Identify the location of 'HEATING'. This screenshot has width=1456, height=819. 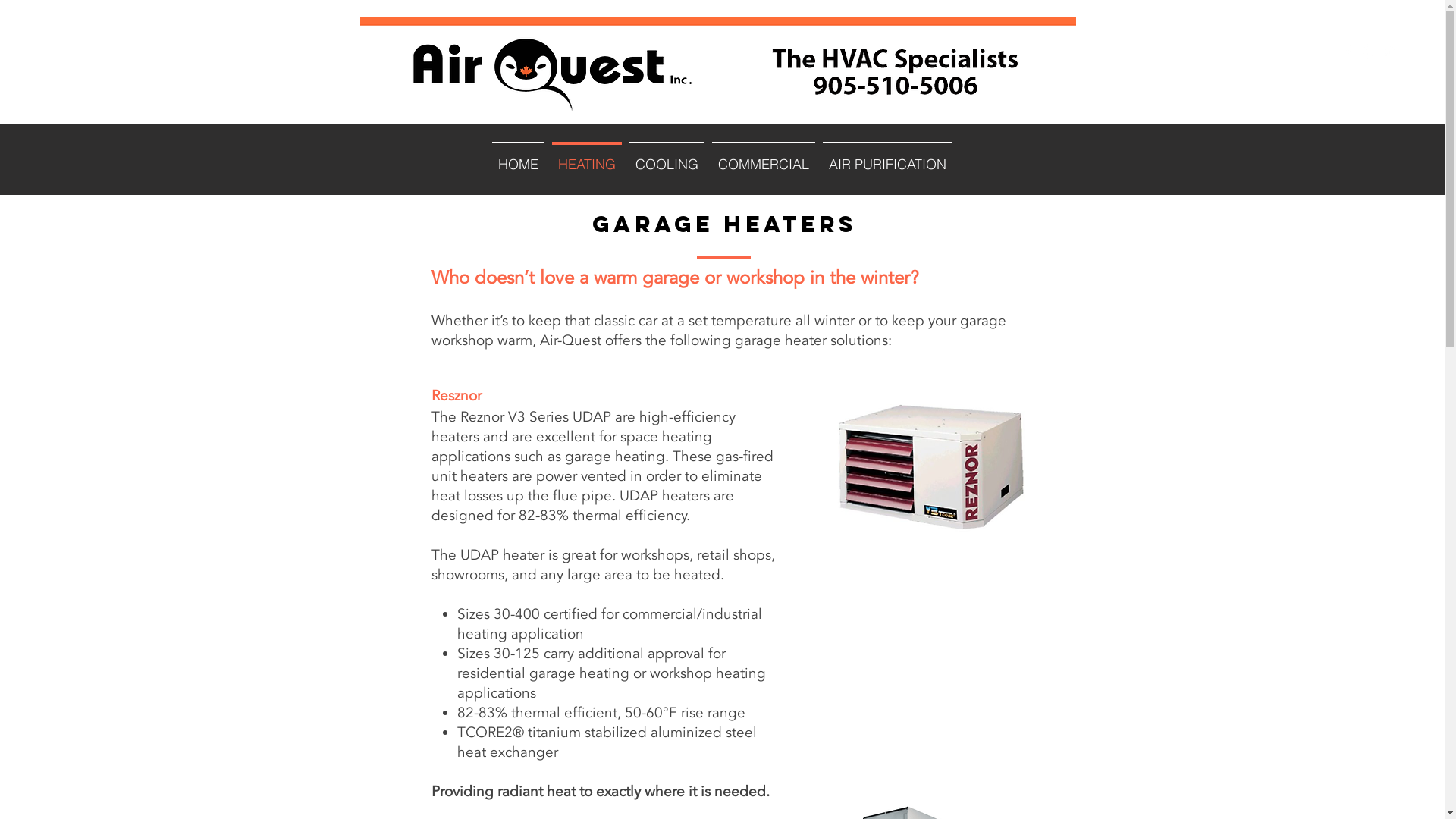
(585, 157).